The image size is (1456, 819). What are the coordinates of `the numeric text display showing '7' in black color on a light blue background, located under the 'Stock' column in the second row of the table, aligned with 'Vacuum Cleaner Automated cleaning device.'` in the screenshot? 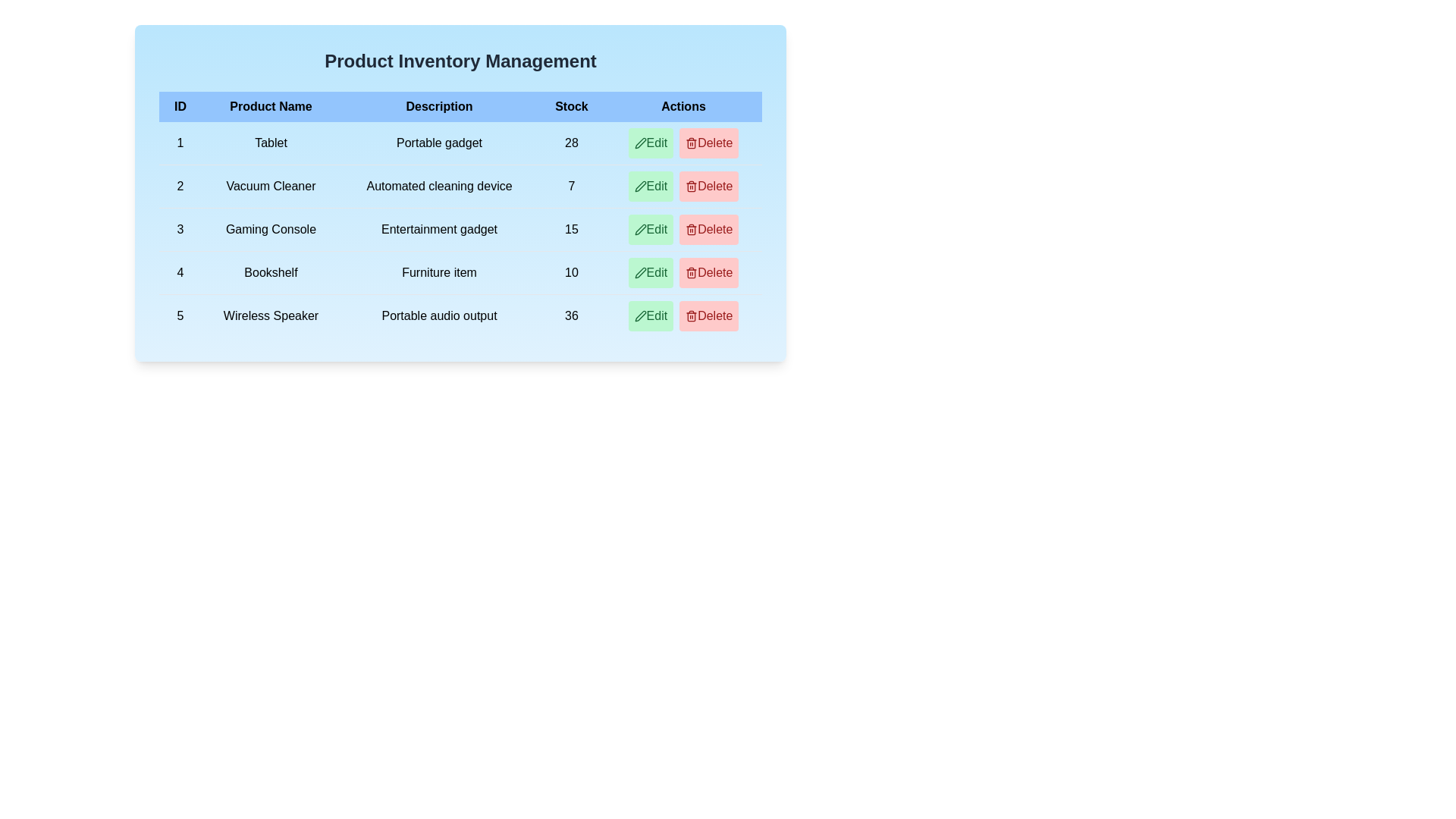 It's located at (570, 186).